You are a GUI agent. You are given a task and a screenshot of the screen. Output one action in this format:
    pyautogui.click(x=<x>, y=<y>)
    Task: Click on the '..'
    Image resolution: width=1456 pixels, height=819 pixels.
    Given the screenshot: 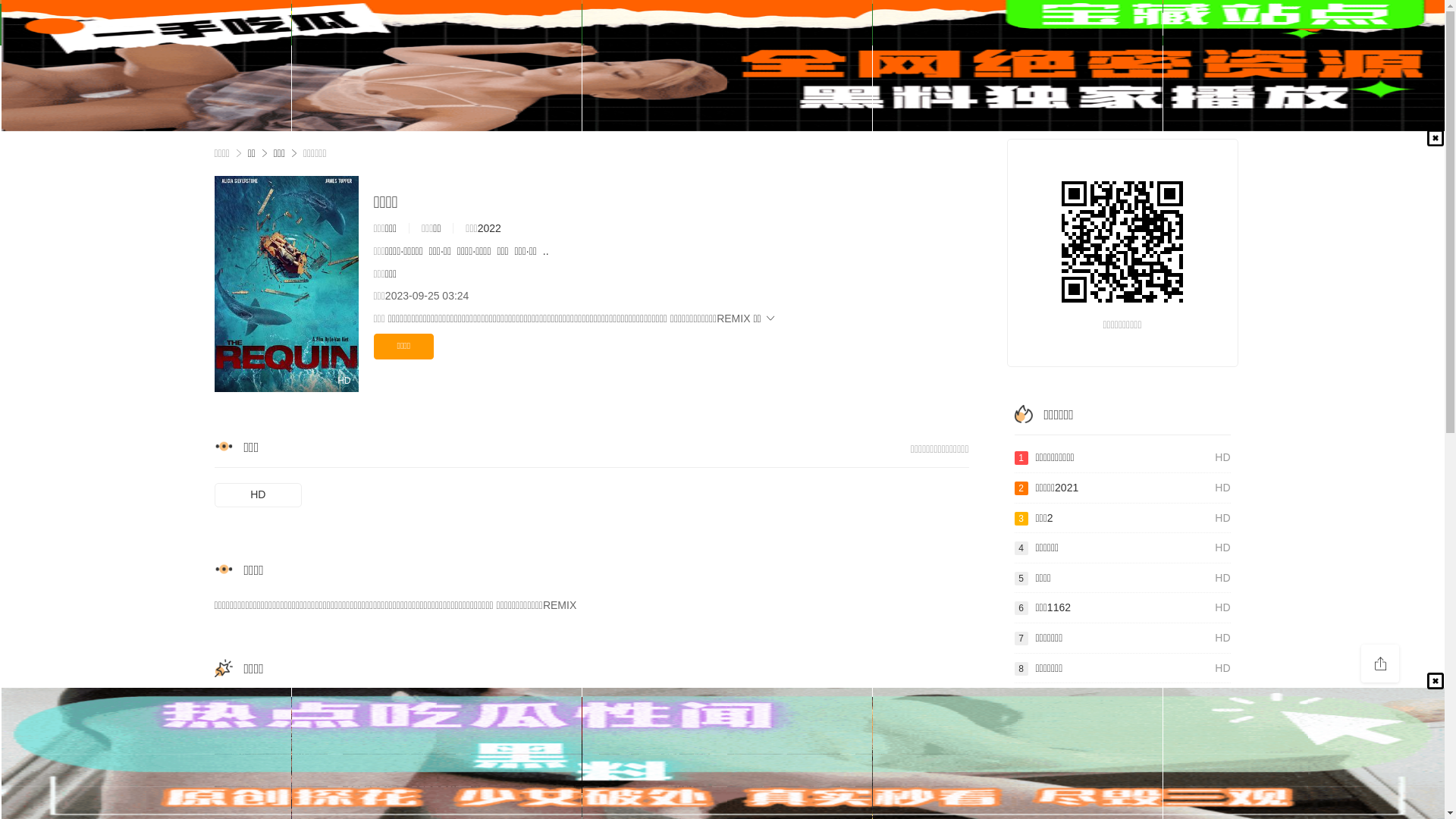 What is the action you would take?
    pyautogui.click(x=546, y=250)
    